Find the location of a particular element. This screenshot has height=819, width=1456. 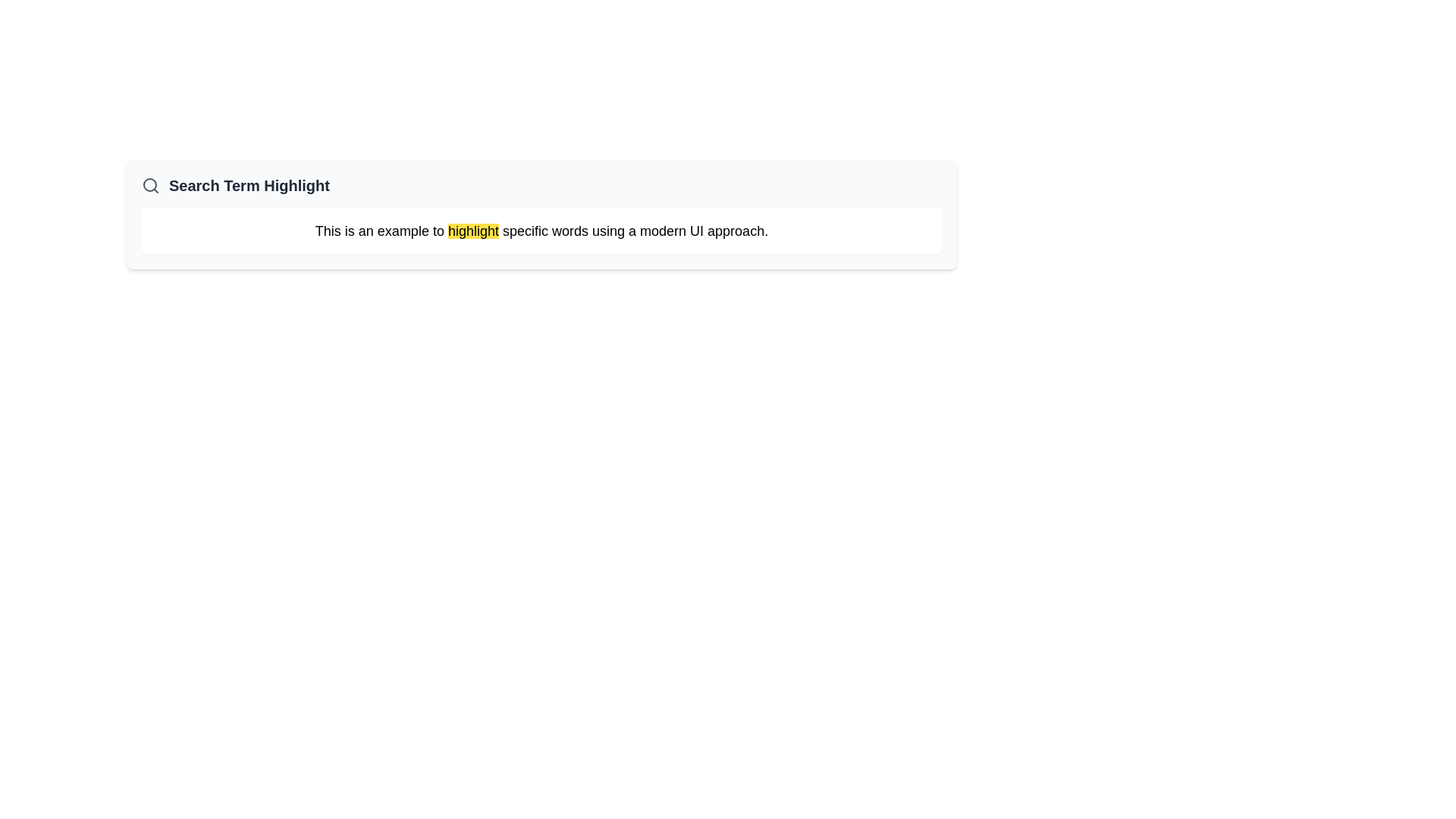

the search icon, which is a magnifying glass located to the left of the 'Search Term Highlight' text, to initiate a search is located at coordinates (150, 185).